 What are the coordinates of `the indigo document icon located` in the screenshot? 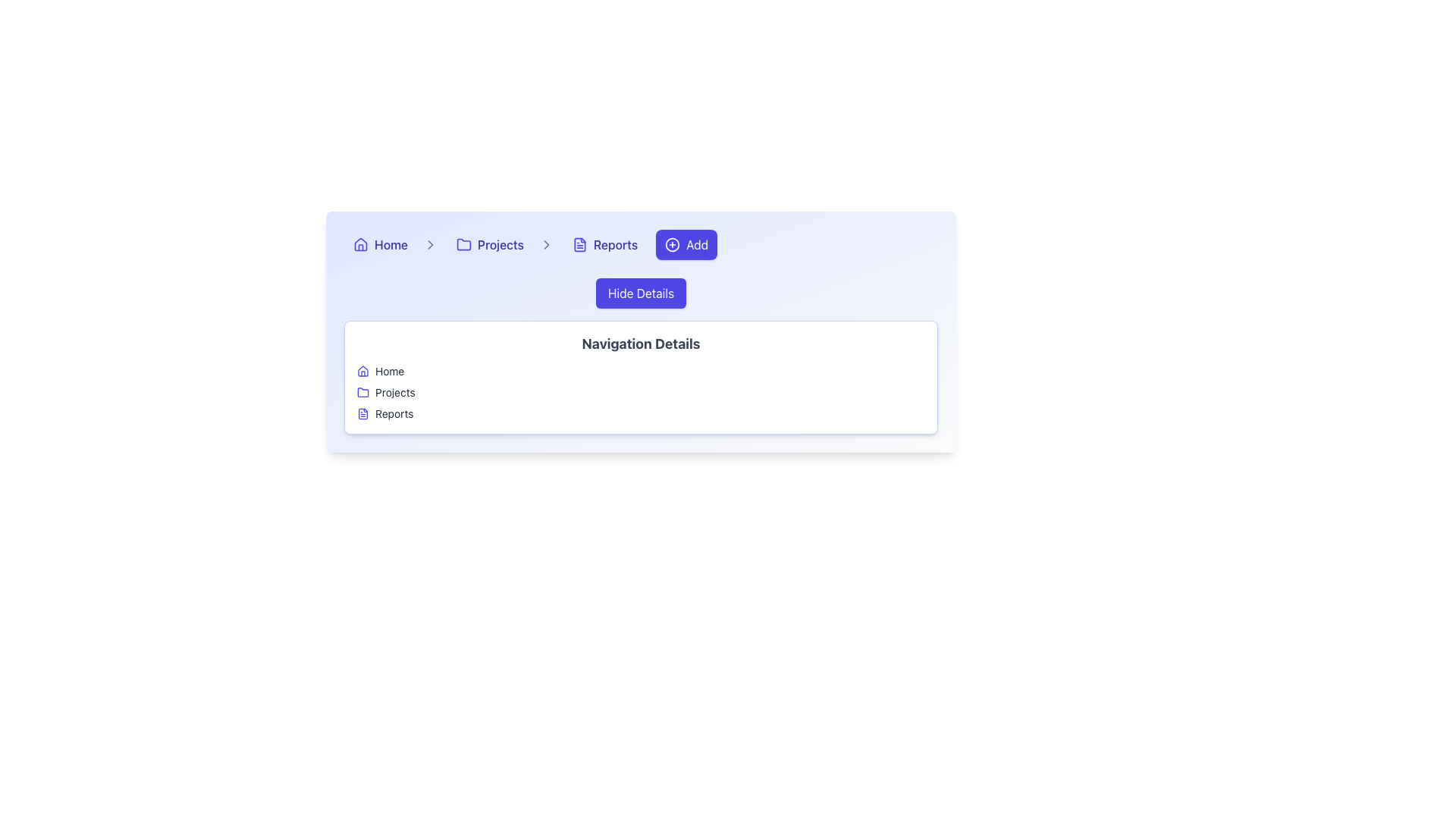 It's located at (362, 414).